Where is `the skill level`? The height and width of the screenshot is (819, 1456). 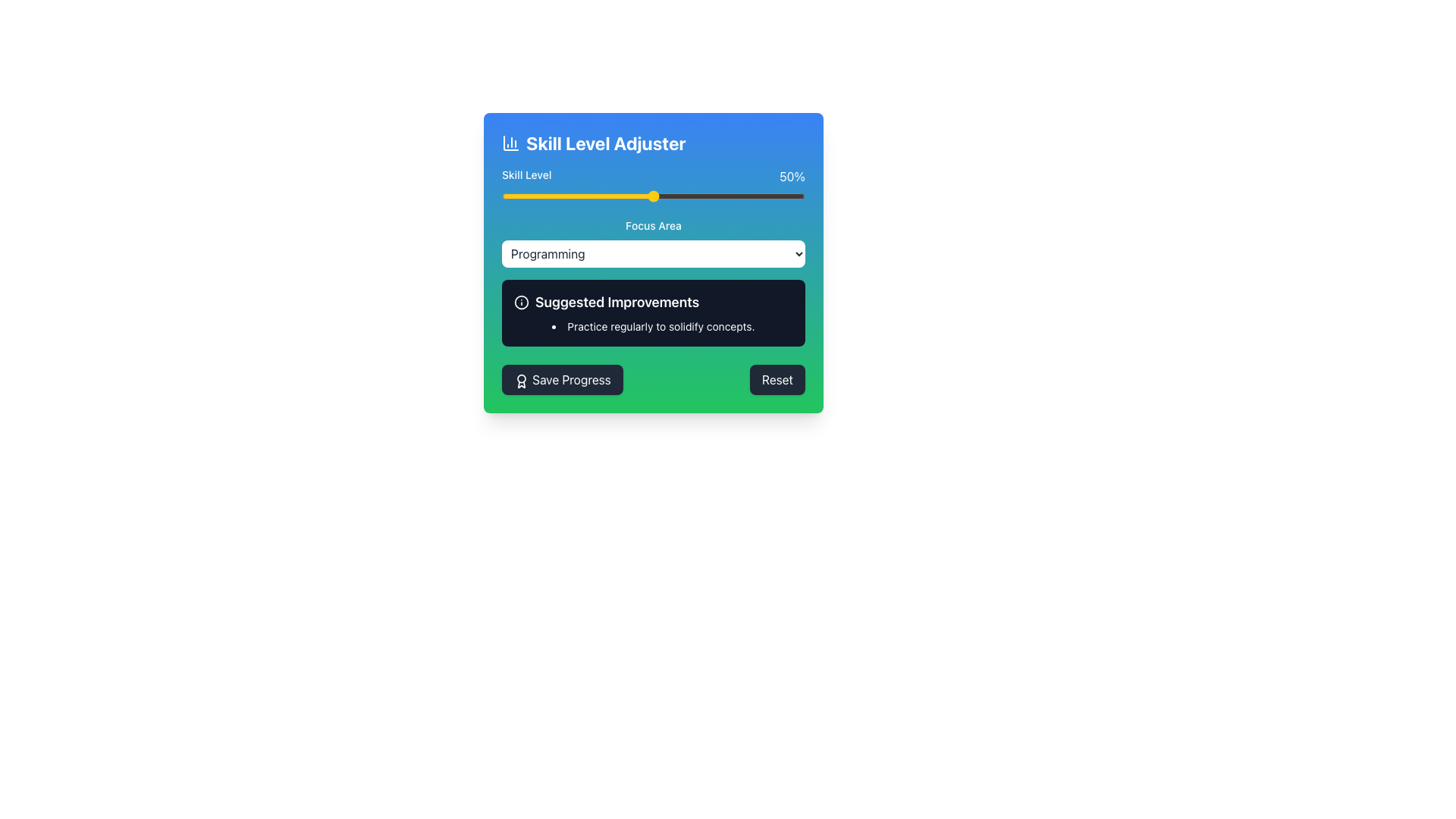
the skill level is located at coordinates (689, 195).